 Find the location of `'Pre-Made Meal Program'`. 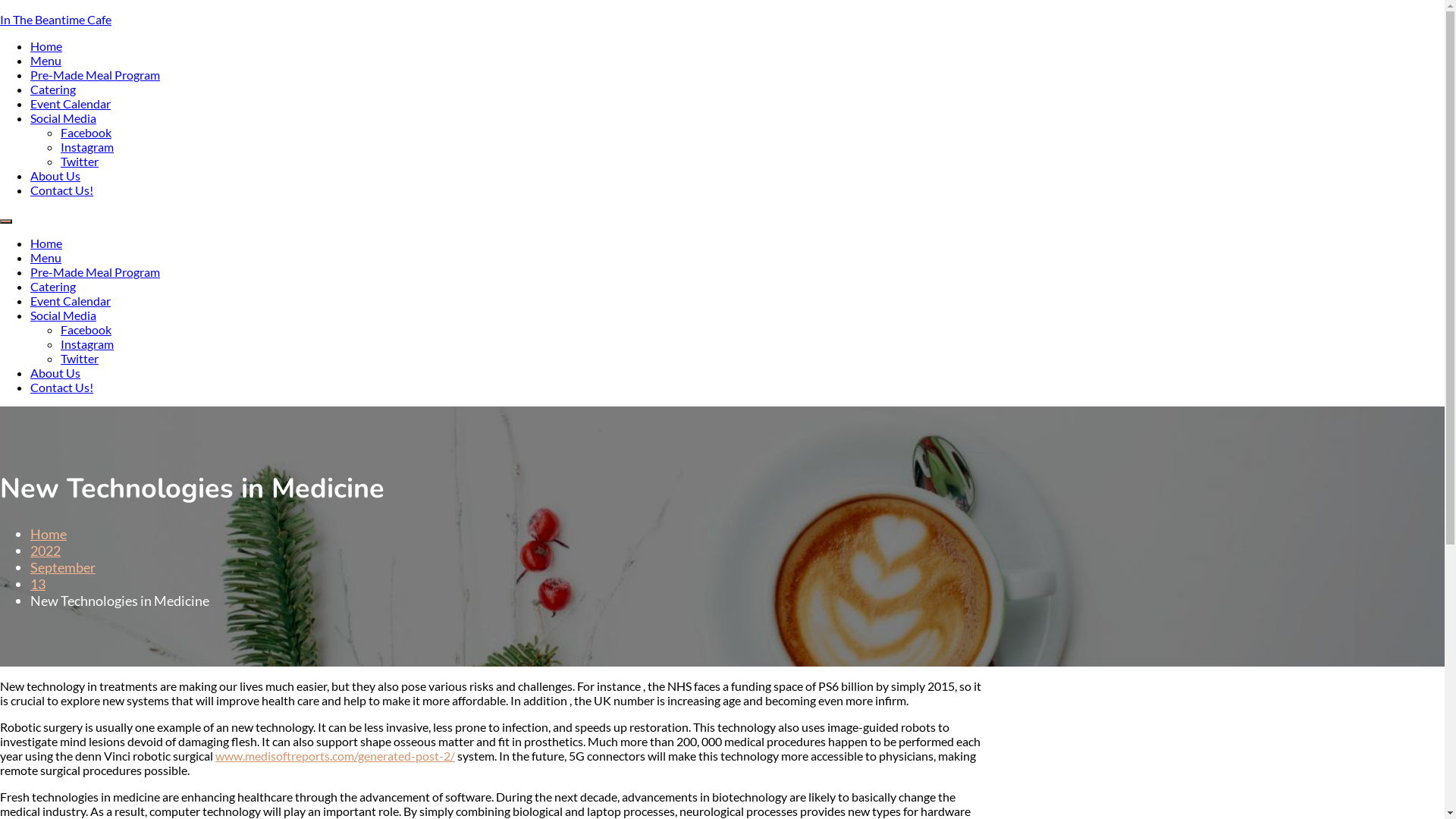

'Pre-Made Meal Program' is located at coordinates (94, 271).